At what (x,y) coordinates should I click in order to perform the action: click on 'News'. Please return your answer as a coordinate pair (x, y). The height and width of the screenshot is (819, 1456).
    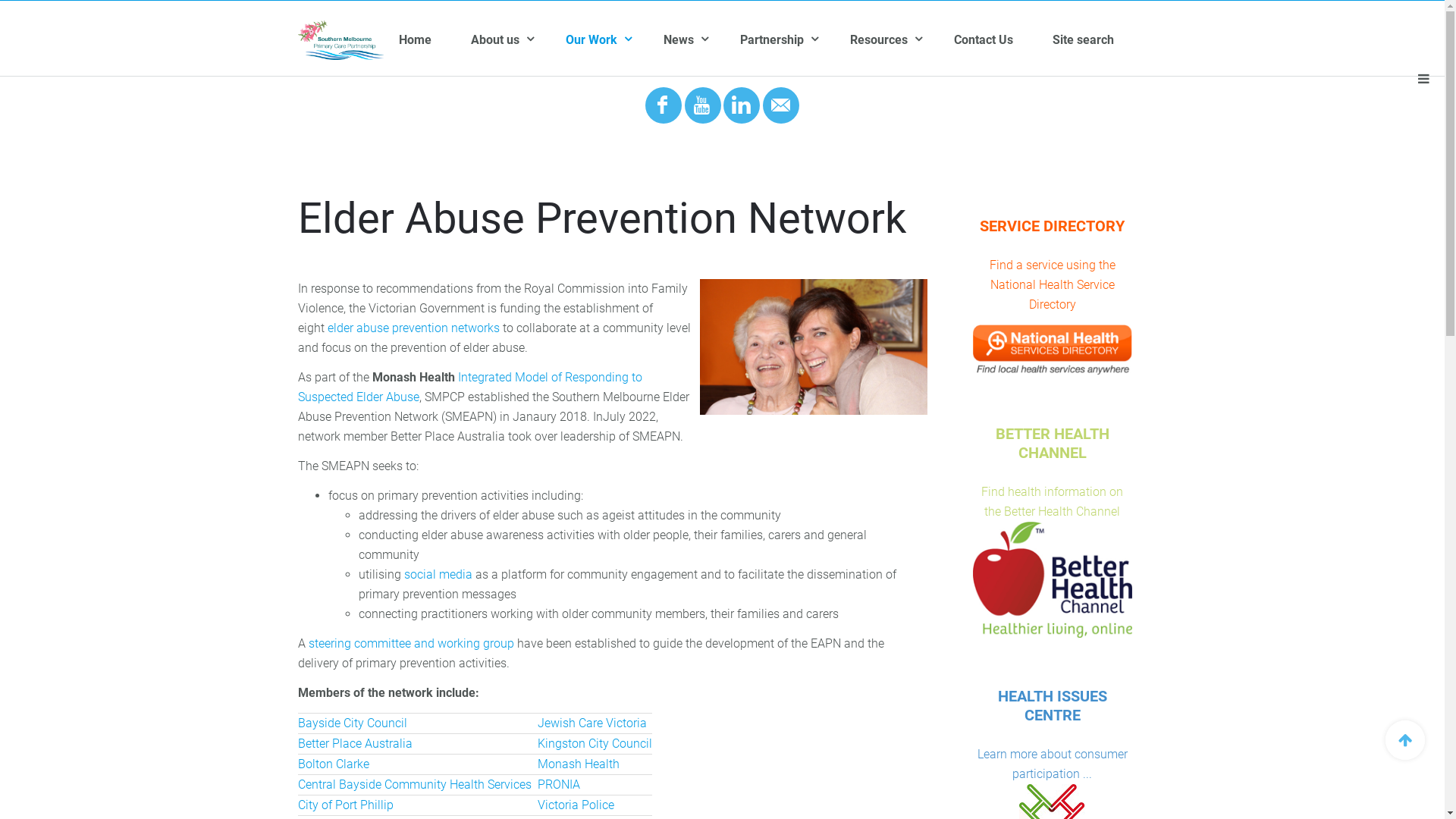
    Looking at the image, I should click on (663, 39).